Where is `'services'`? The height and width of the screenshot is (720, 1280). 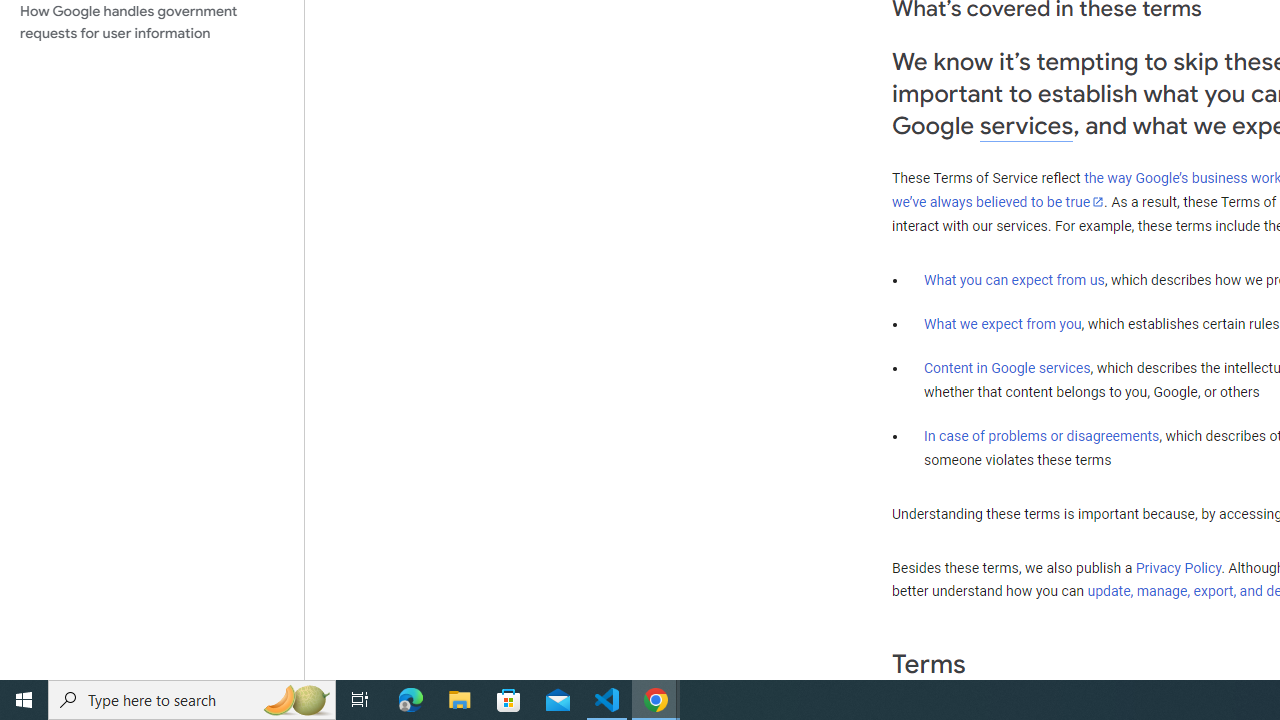 'services' is located at coordinates (1026, 125).